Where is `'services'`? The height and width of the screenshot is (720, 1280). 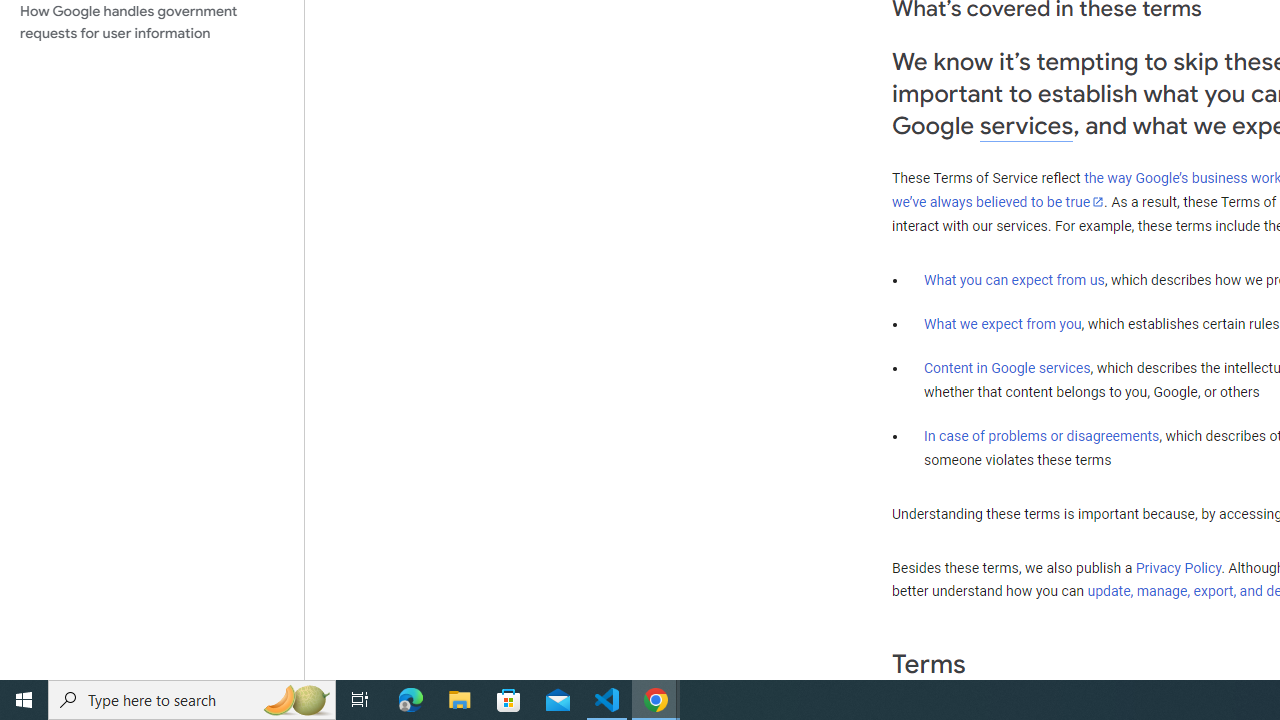 'services' is located at coordinates (1026, 125).